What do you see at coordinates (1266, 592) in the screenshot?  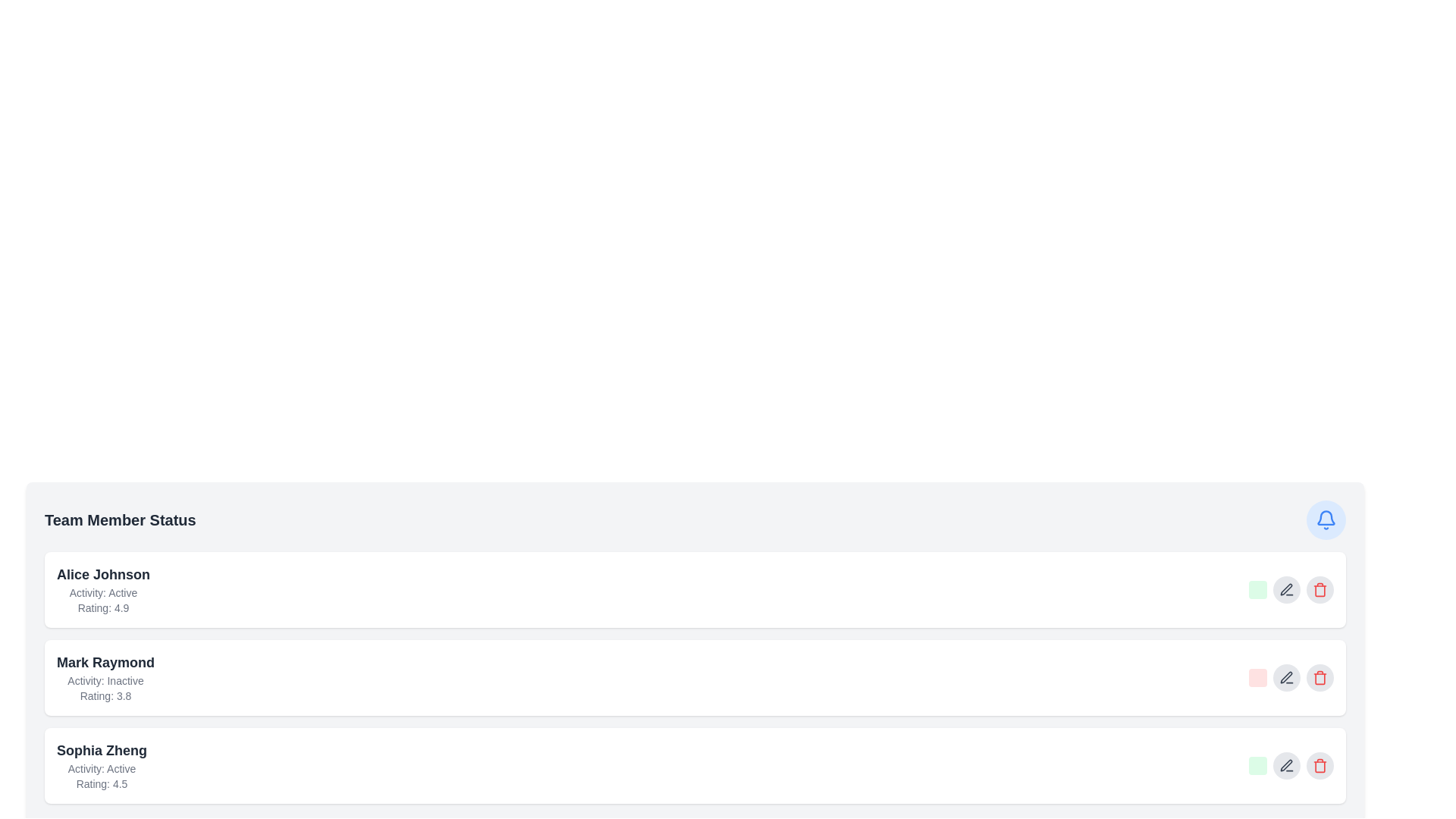 I see `the circular badge icon indicating 'Active' status, which has a green fill and a hollow center` at bounding box center [1266, 592].